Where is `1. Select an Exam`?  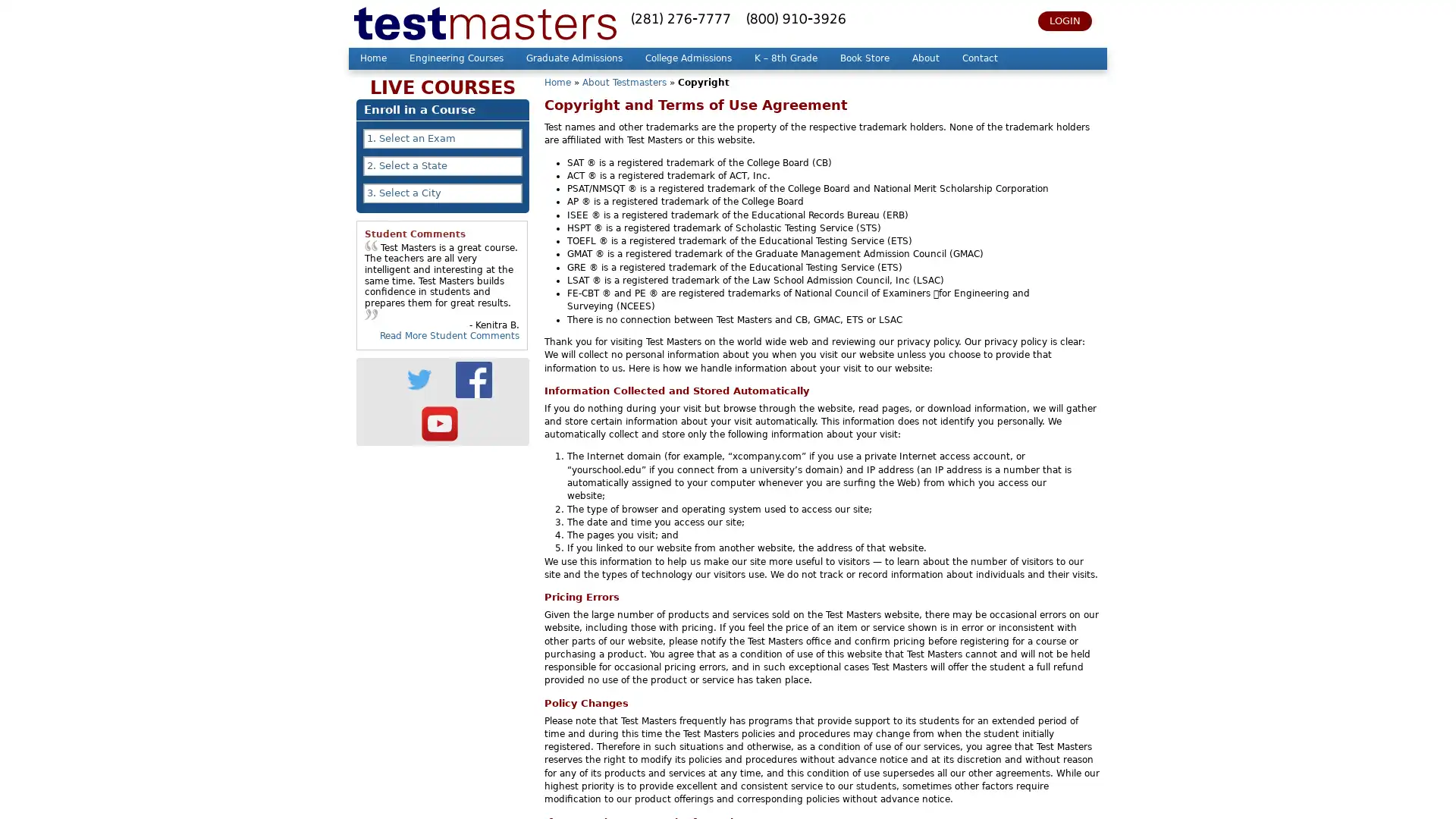
1. Select an Exam is located at coordinates (442, 138).